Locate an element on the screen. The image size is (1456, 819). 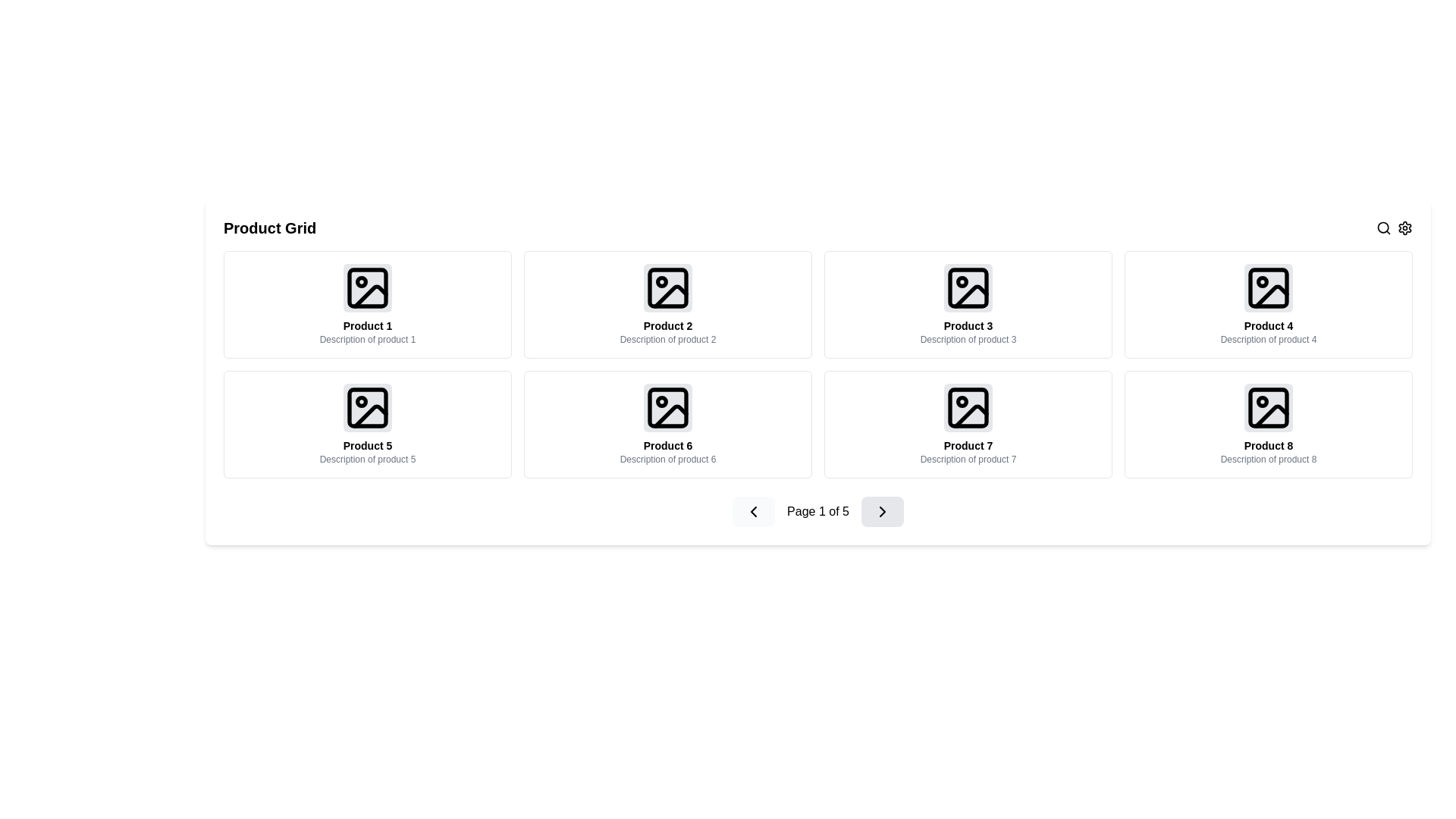
text label that displays 'Description of product 6', located at the bottom of the sixth product card in the grid is located at coordinates (667, 458).